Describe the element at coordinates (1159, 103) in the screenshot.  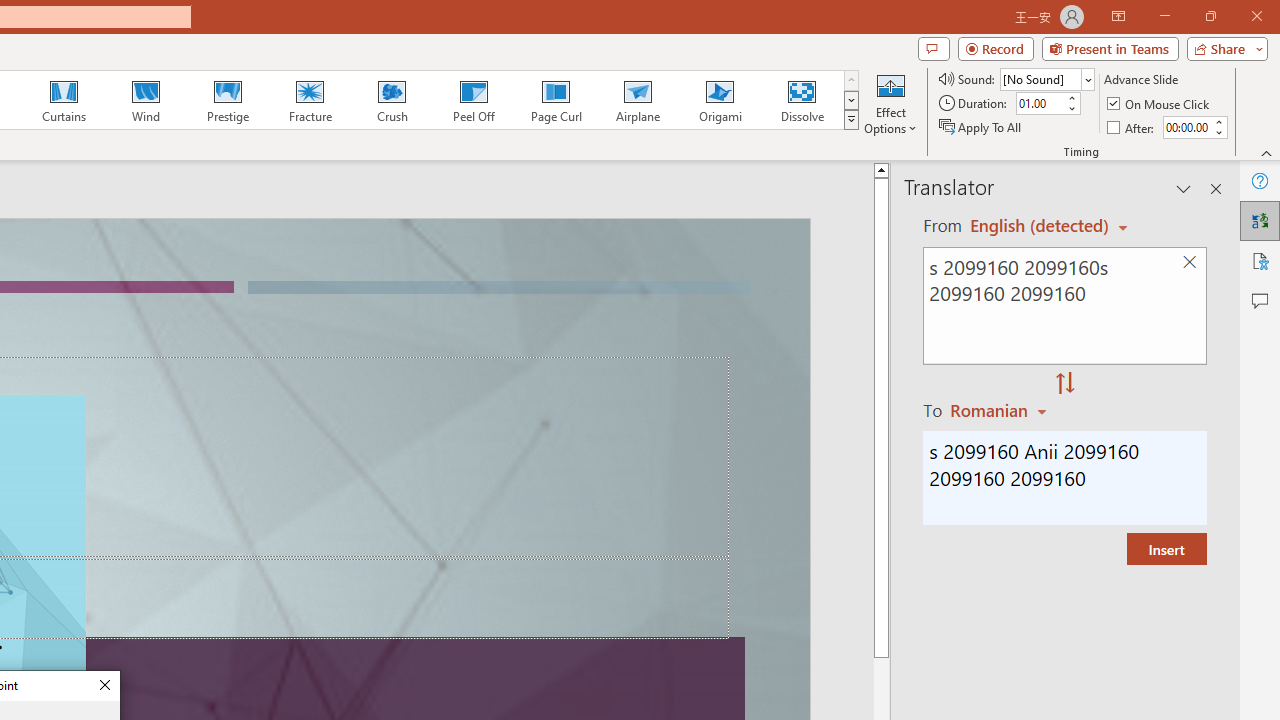
I see `'On Mouse Click'` at that location.